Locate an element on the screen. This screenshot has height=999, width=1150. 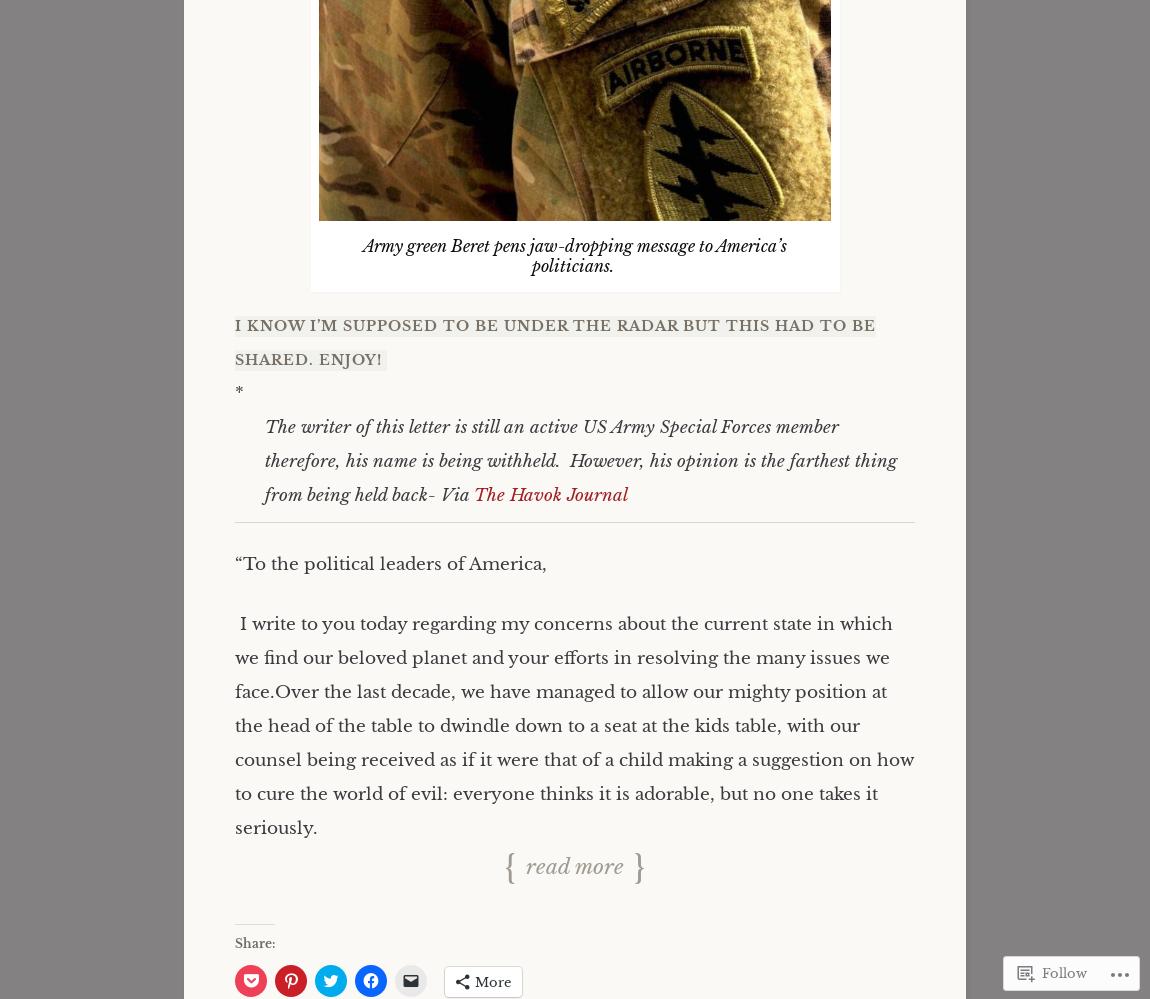
'The Havok Journal' is located at coordinates (550, 495).